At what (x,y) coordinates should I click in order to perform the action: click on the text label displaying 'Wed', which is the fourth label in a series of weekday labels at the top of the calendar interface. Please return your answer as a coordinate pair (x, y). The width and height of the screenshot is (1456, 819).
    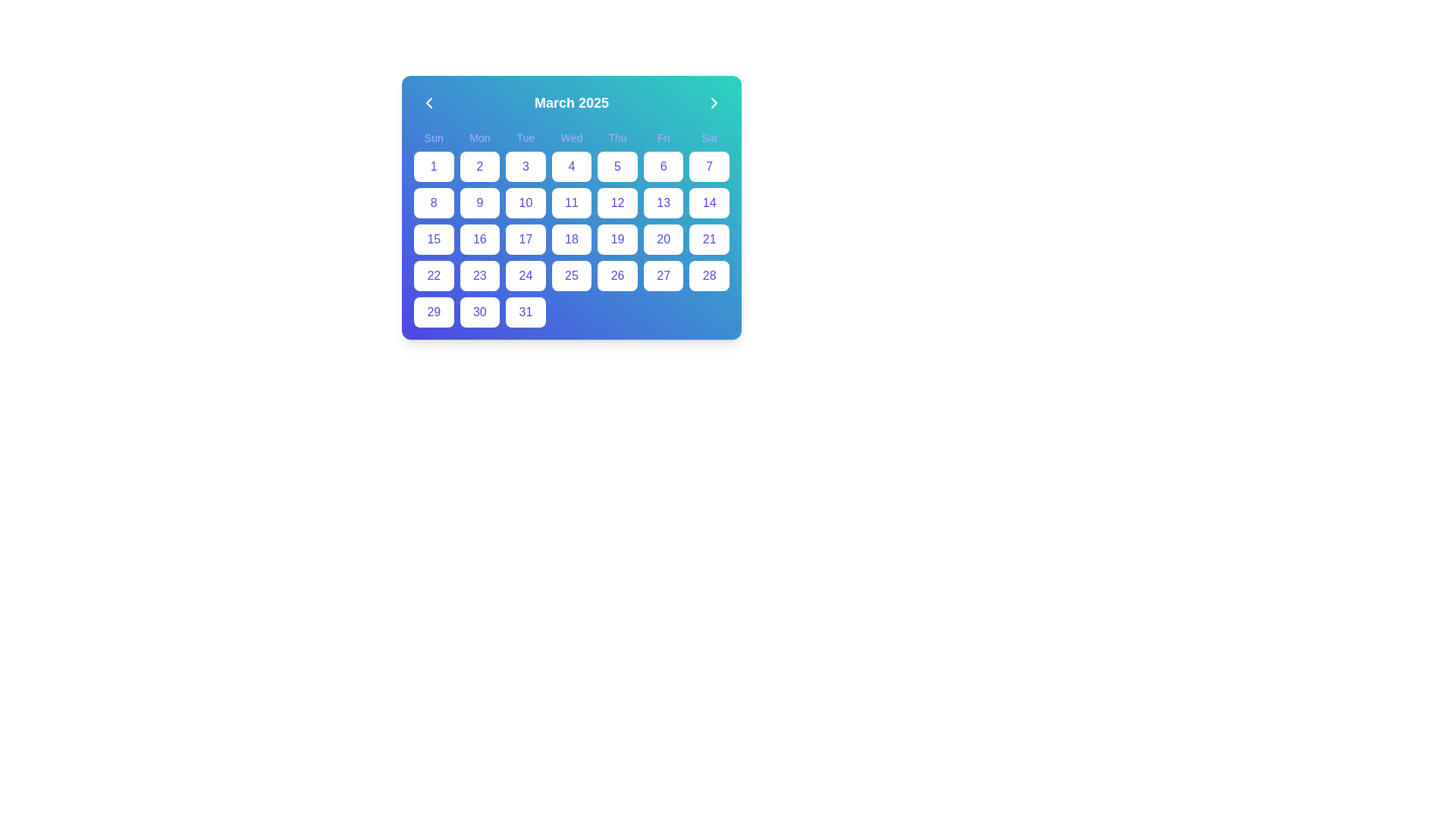
    Looking at the image, I should click on (570, 137).